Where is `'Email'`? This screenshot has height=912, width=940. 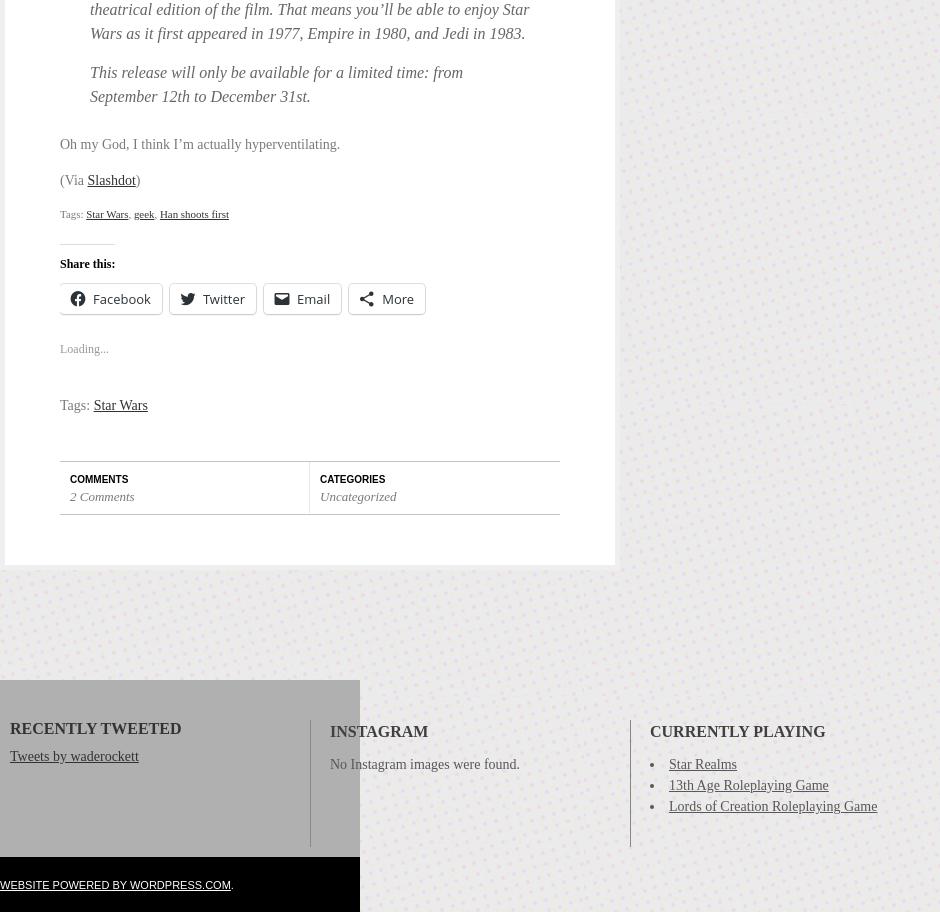 'Email' is located at coordinates (312, 297).